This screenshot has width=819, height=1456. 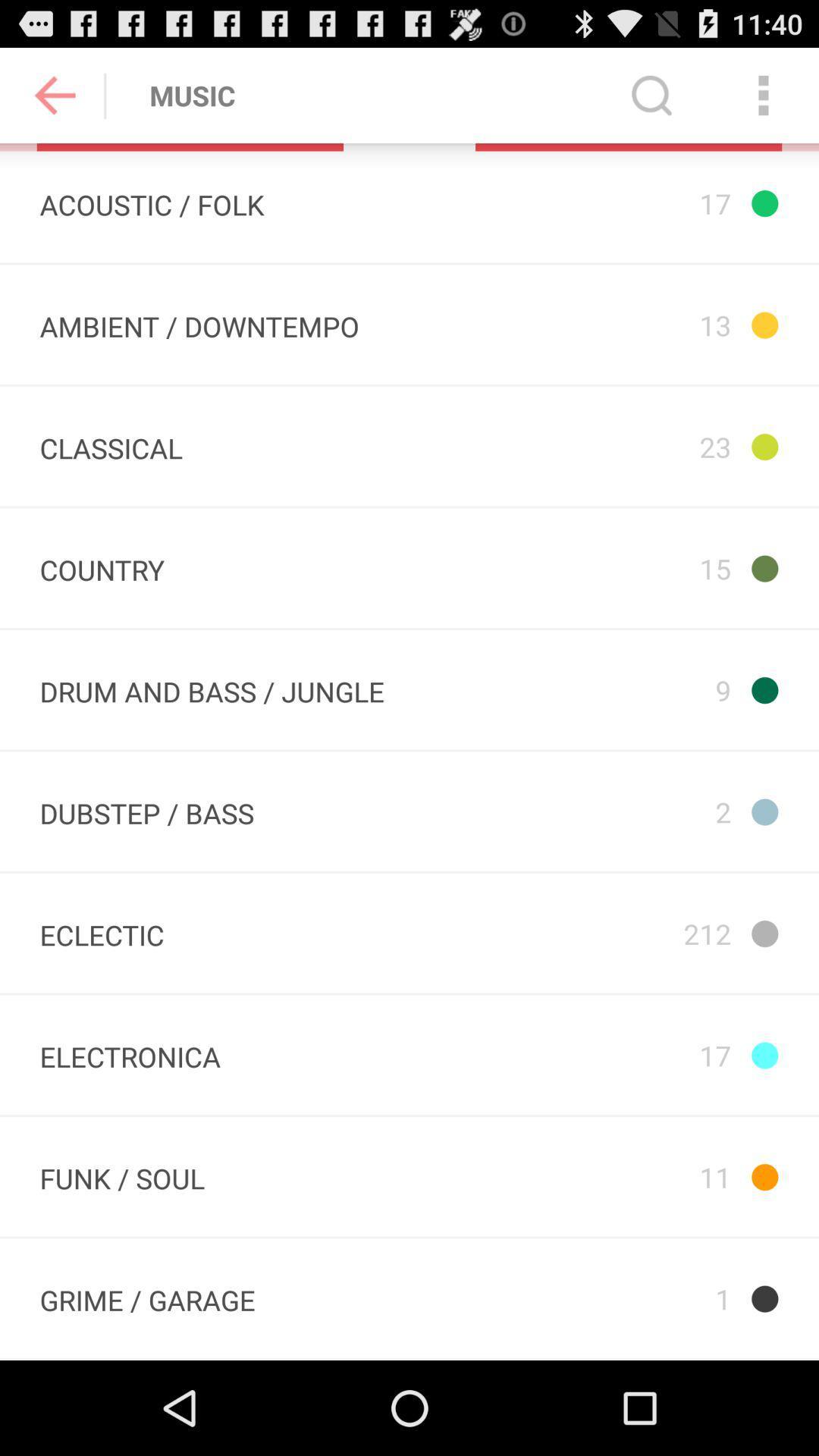 What do you see at coordinates (645, 324) in the screenshot?
I see `icon to the right of the ambient / downtempo item` at bounding box center [645, 324].